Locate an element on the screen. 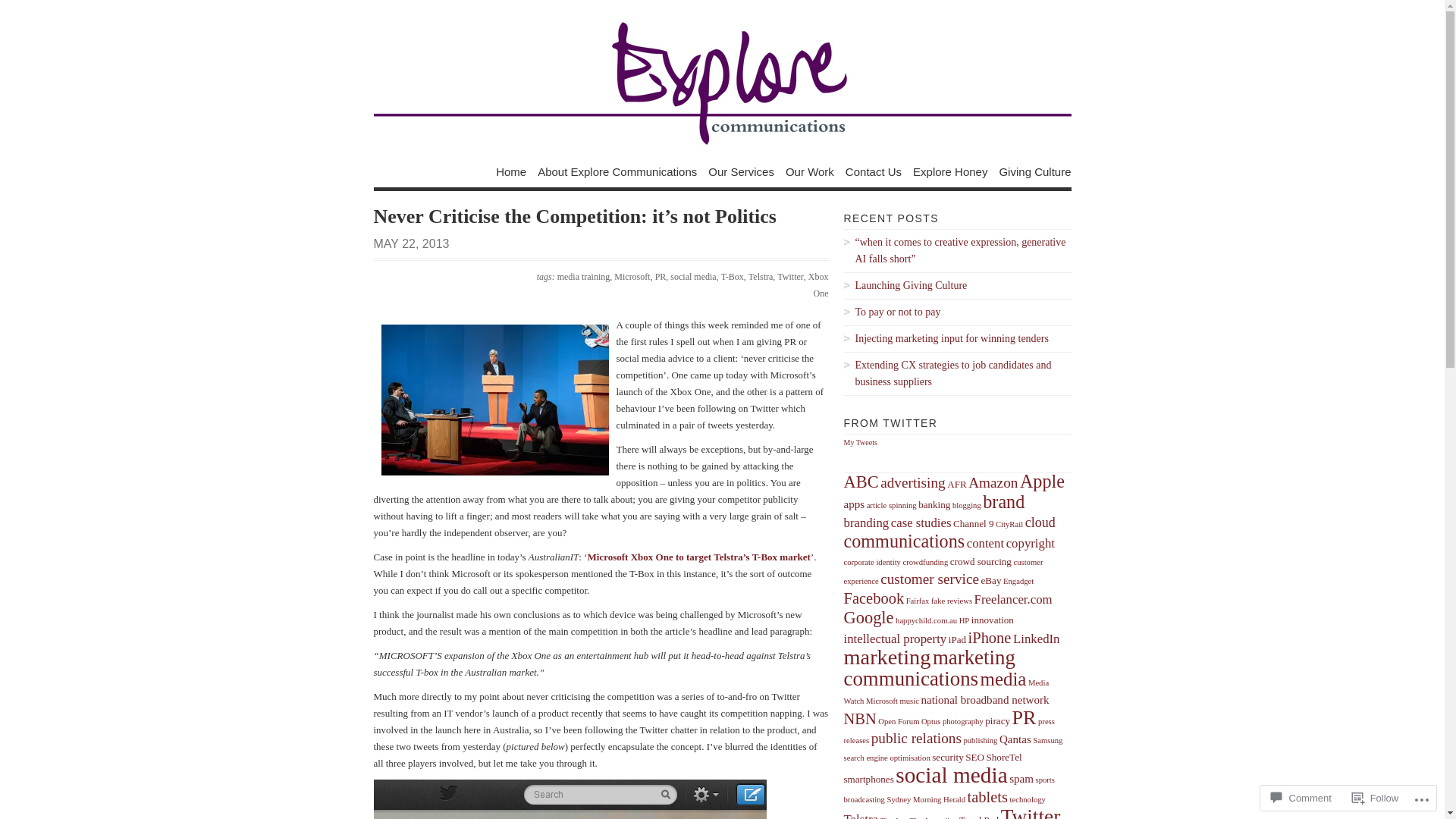  'CityRail' is located at coordinates (1009, 523).